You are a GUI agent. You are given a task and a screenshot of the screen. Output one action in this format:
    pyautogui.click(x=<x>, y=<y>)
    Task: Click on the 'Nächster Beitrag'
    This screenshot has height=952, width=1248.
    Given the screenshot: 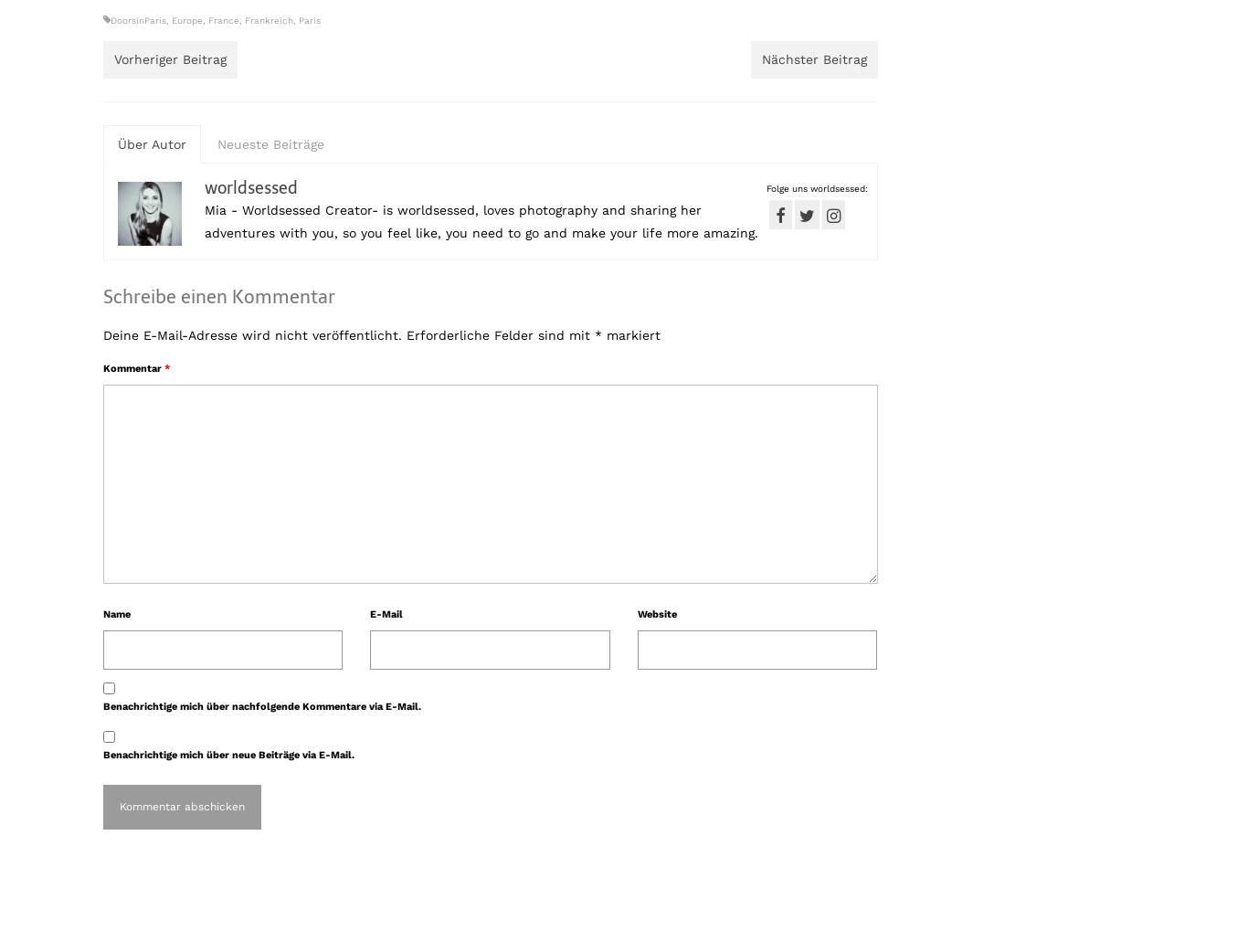 What is the action you would take?
    pyautogui.click(x=812, y=58)
    